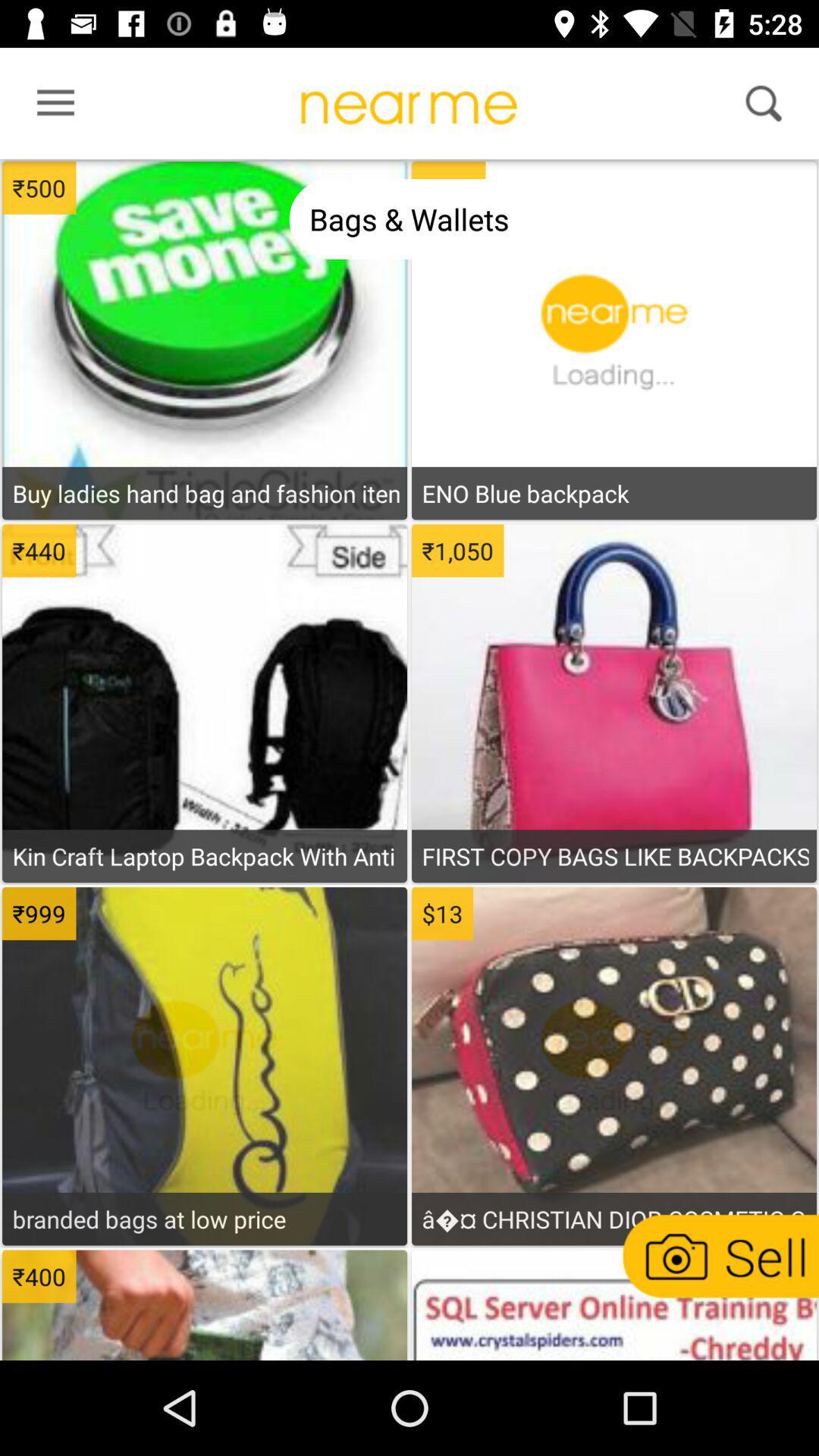  I want to click on product information, so click(613, 1087).